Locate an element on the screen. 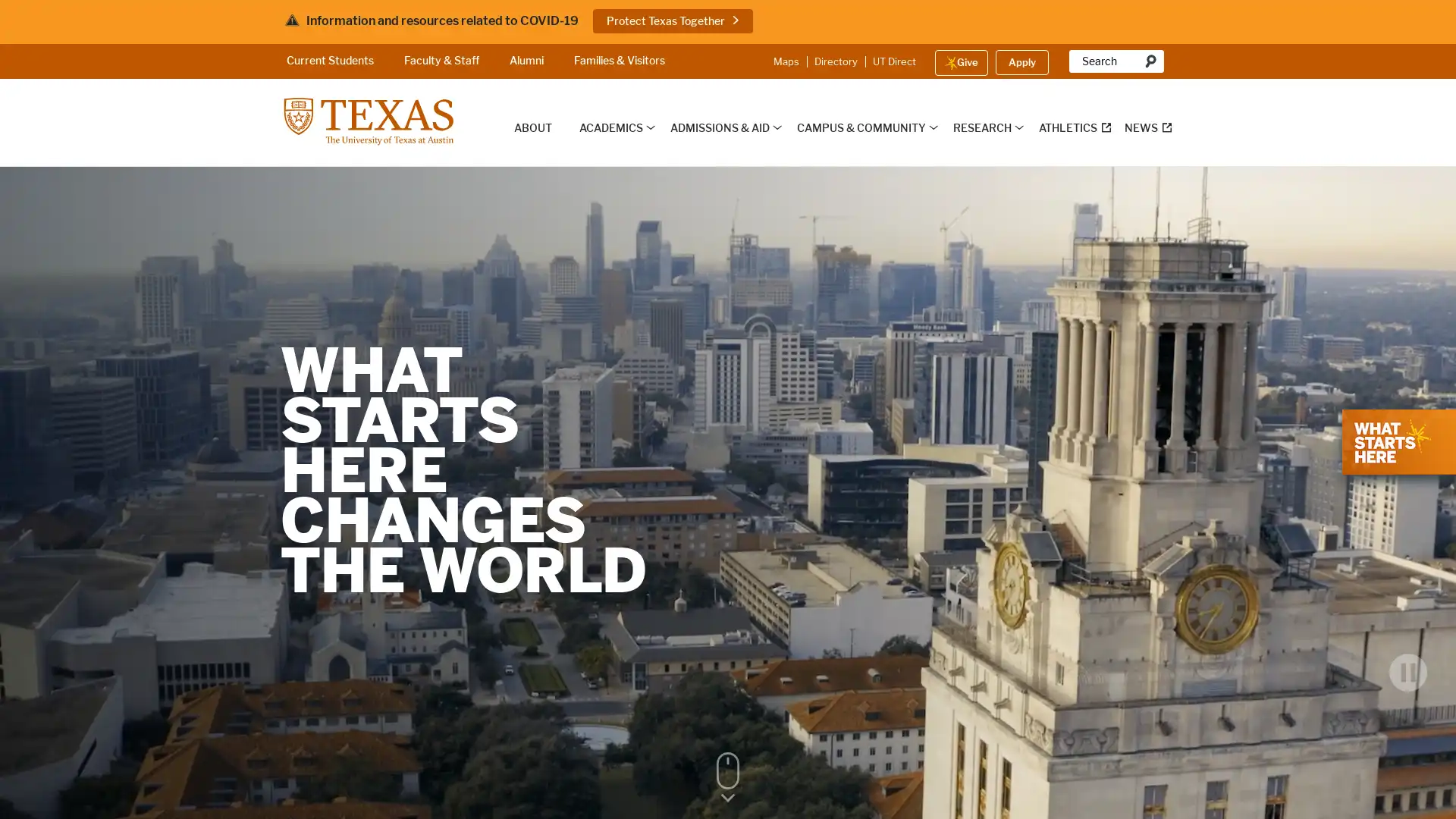 The image size is (1456, 819). Search is located at coordinates (1150, 61).